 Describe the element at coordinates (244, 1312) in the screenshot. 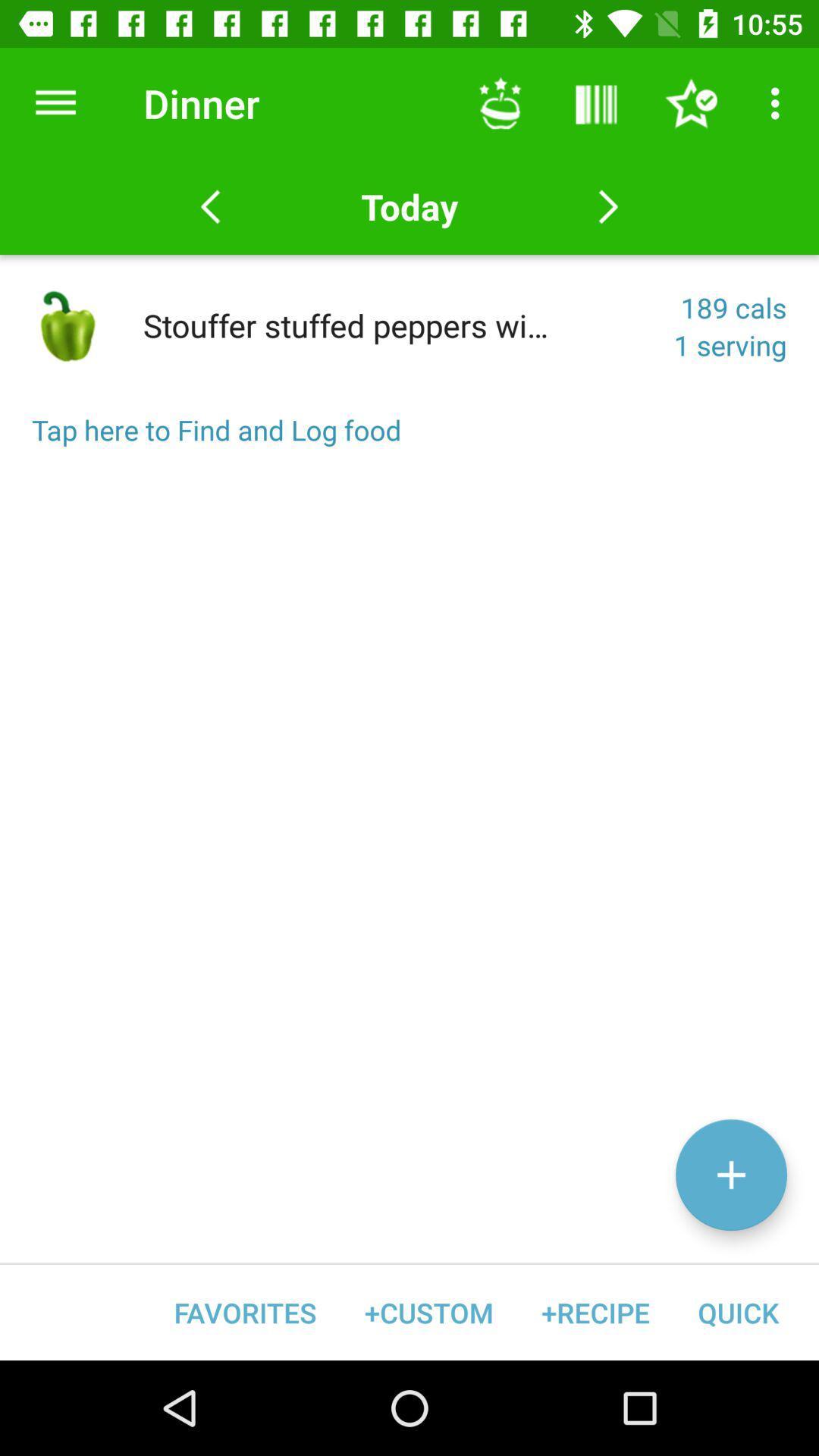

I see `the favorites icon` at that location.